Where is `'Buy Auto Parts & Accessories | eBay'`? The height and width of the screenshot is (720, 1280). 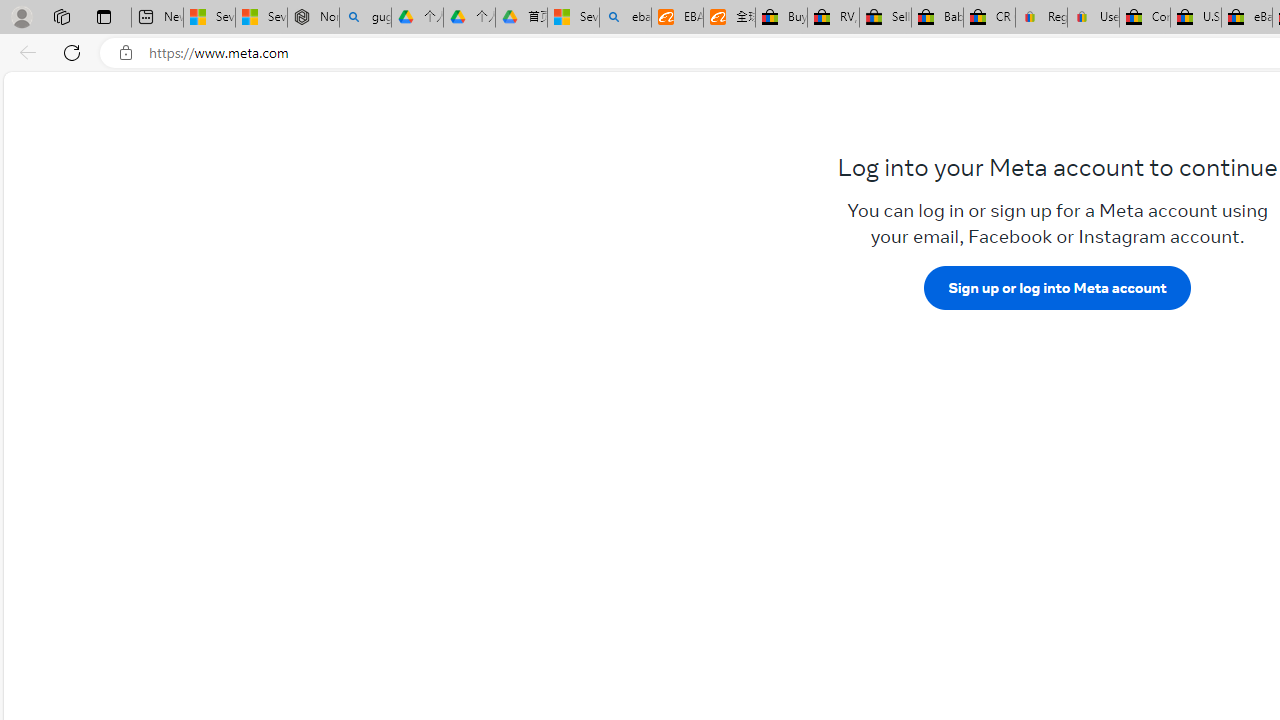
'Buy Auto Parts & Accessories | eBay' is located at coordinates (781, 17).